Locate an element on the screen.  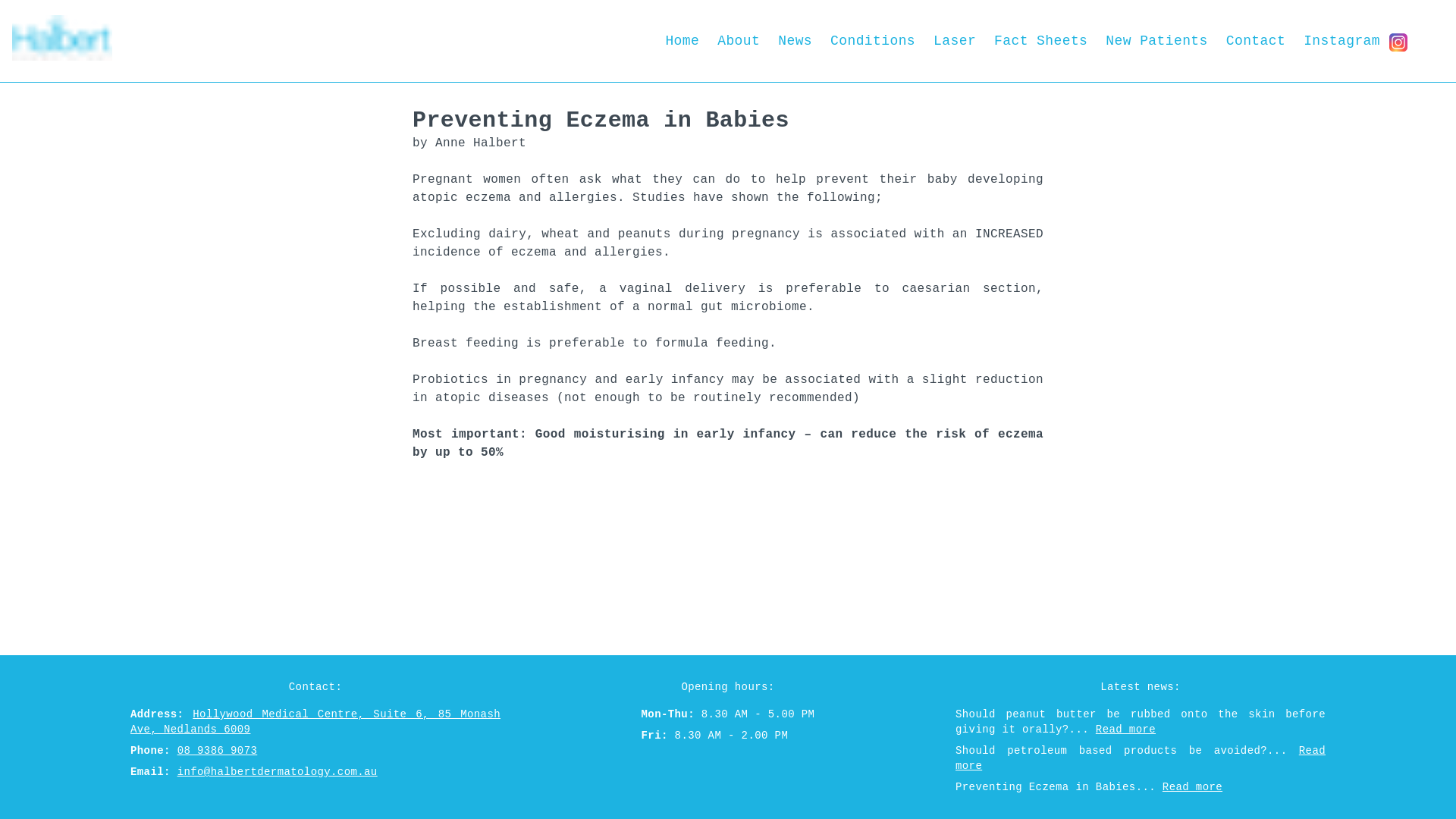
'08 9386 9073' is located at coordinates (217, 751).